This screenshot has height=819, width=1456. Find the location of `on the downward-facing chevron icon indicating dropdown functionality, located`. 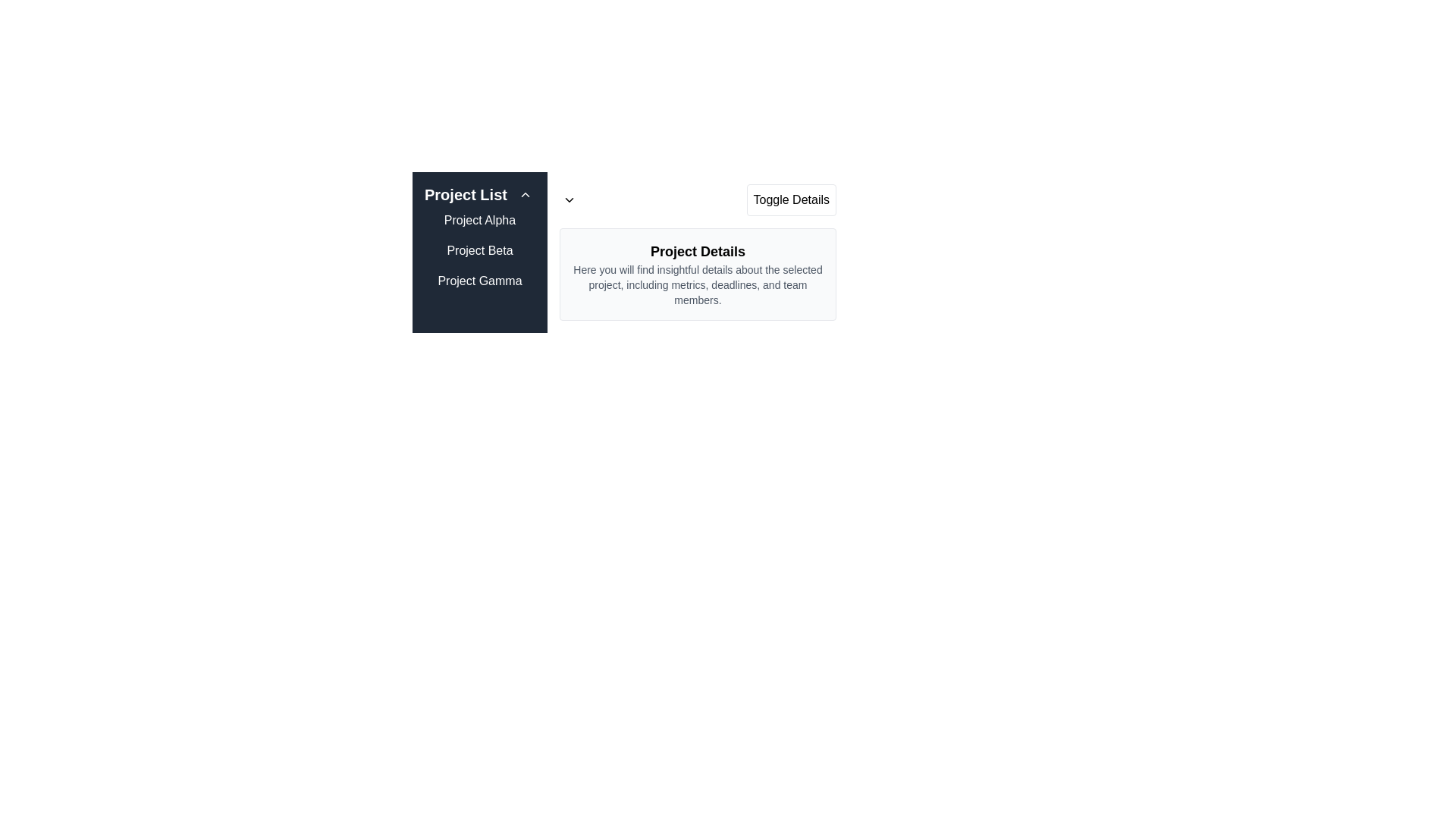

on the downward-facing chevron icon indicating dropdown functionality, located is located at coordinates (568, 199).